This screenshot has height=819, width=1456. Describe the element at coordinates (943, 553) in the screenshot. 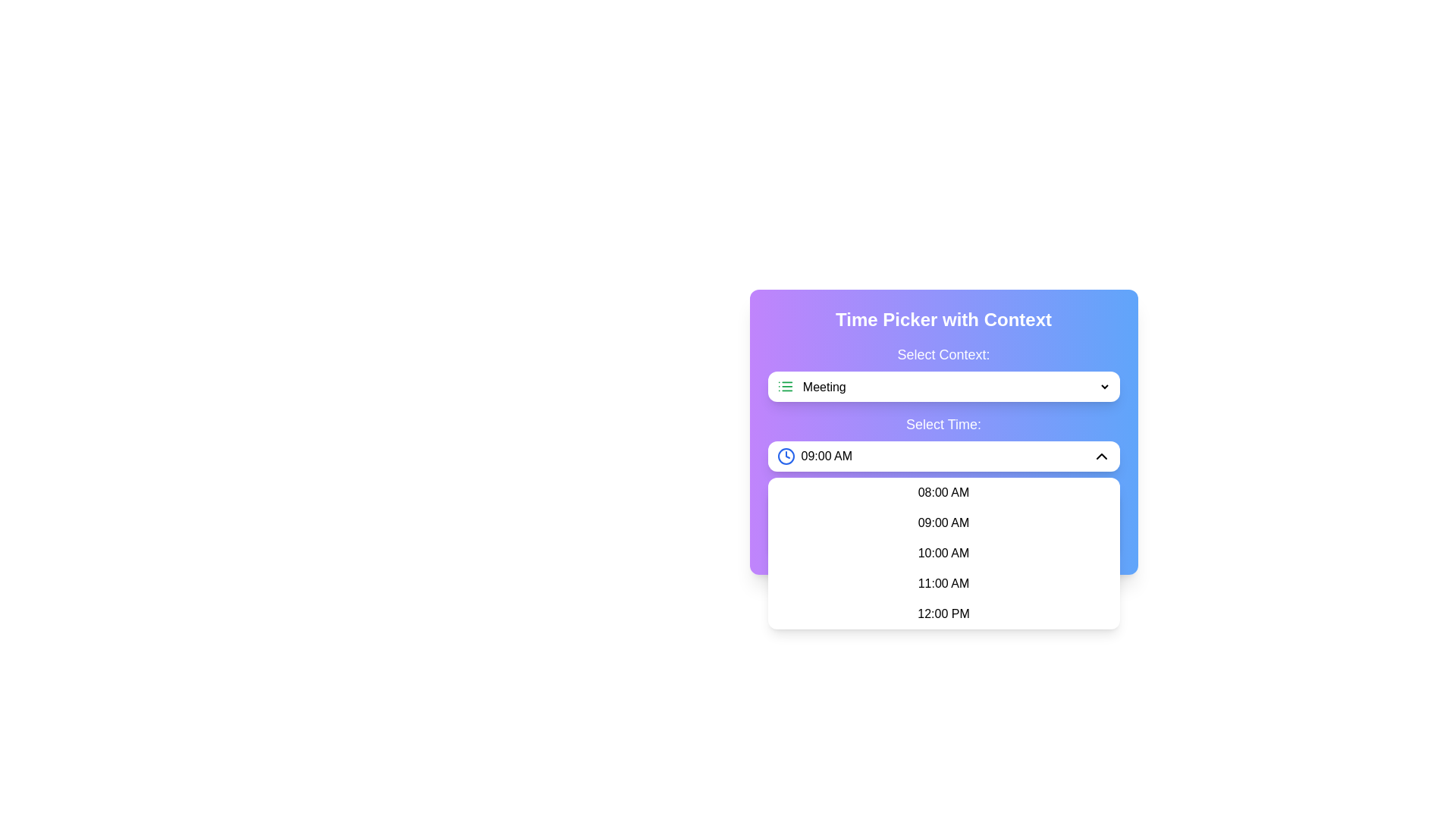

I see `the selectable list item displaying '10:00 AM'` at that location.